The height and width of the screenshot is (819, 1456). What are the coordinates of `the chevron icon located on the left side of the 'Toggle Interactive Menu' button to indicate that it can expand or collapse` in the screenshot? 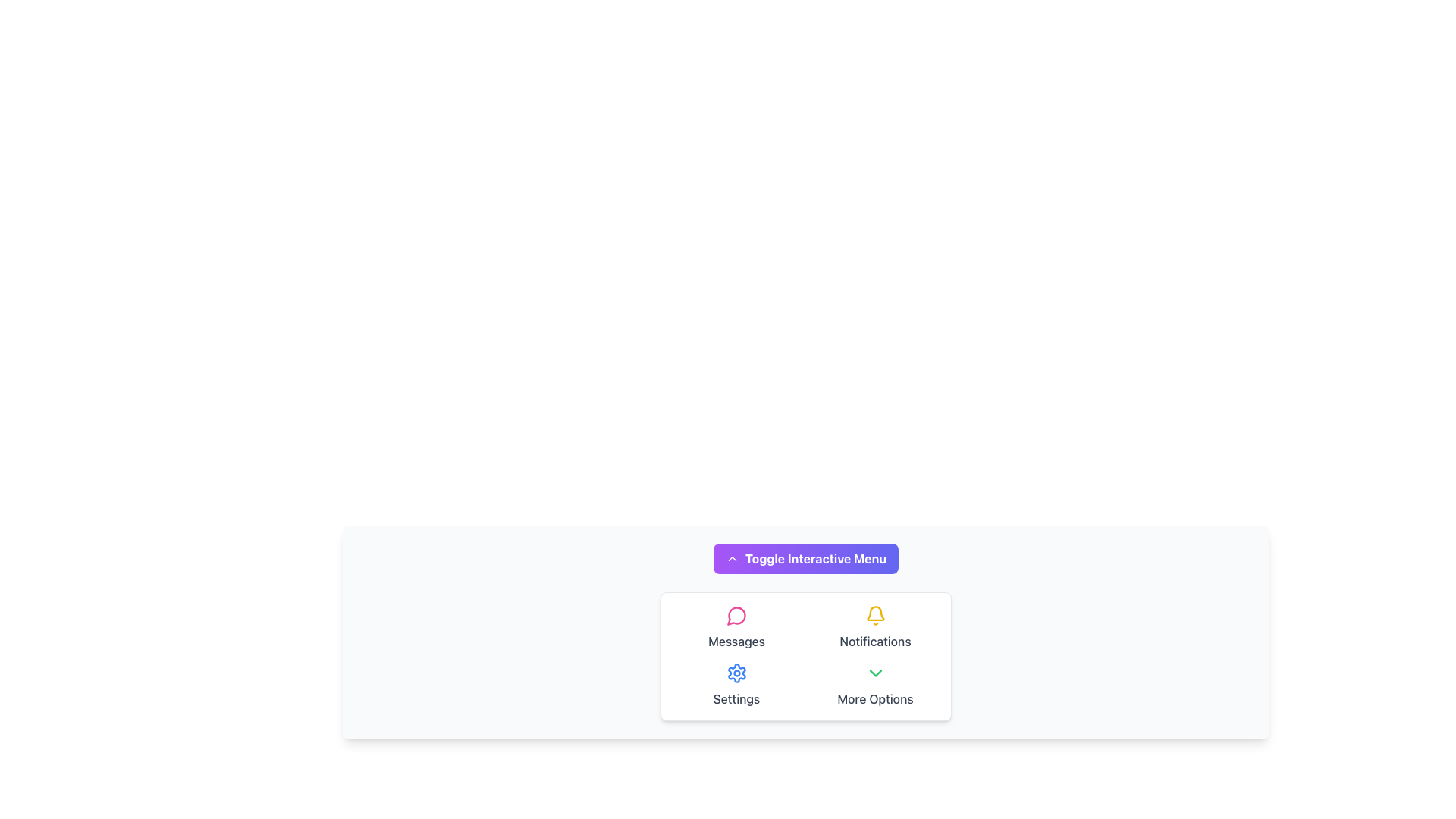 It's located at (732, 558).